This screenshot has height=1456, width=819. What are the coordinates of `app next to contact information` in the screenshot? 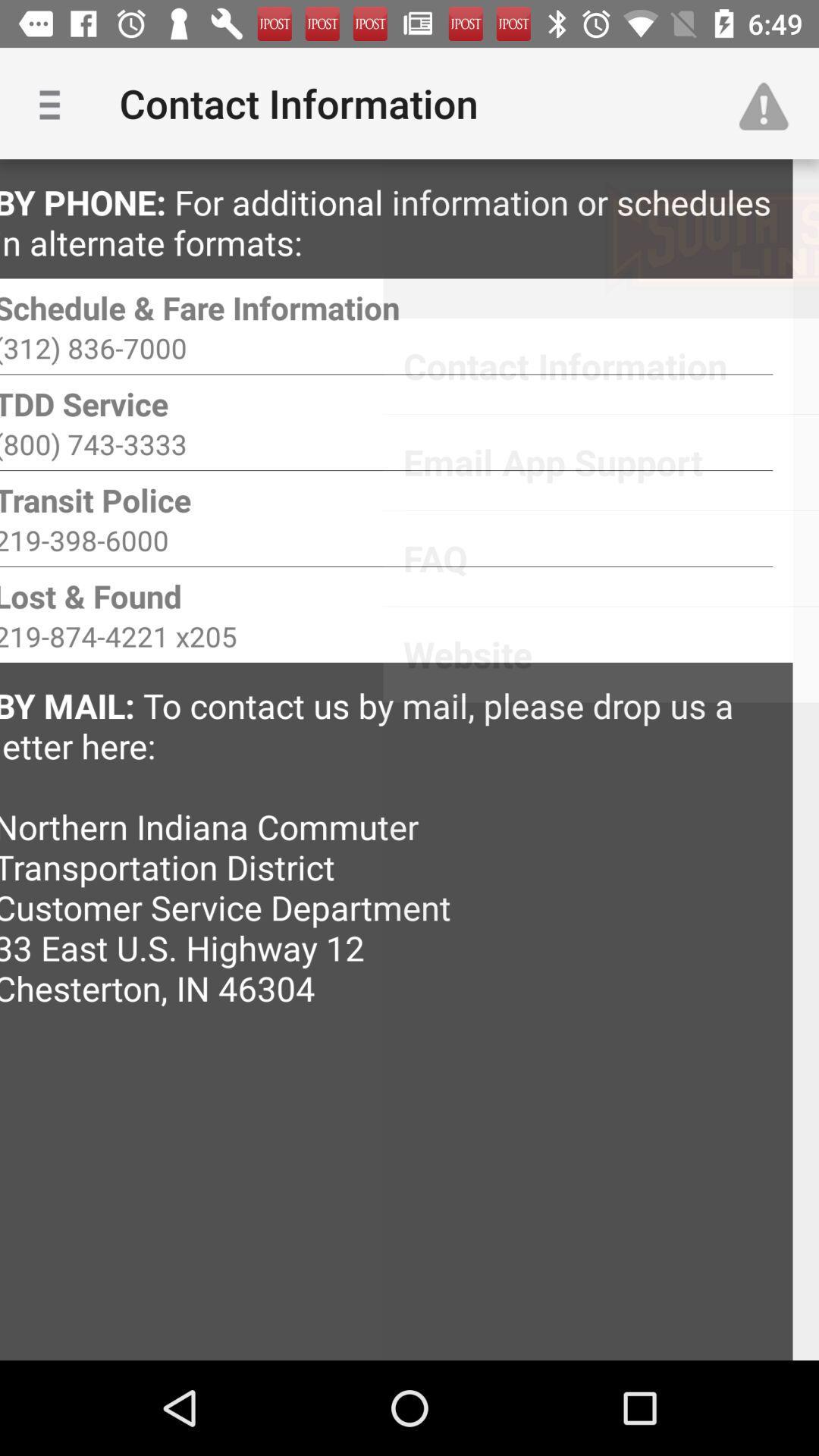 It's located at (771, 102).